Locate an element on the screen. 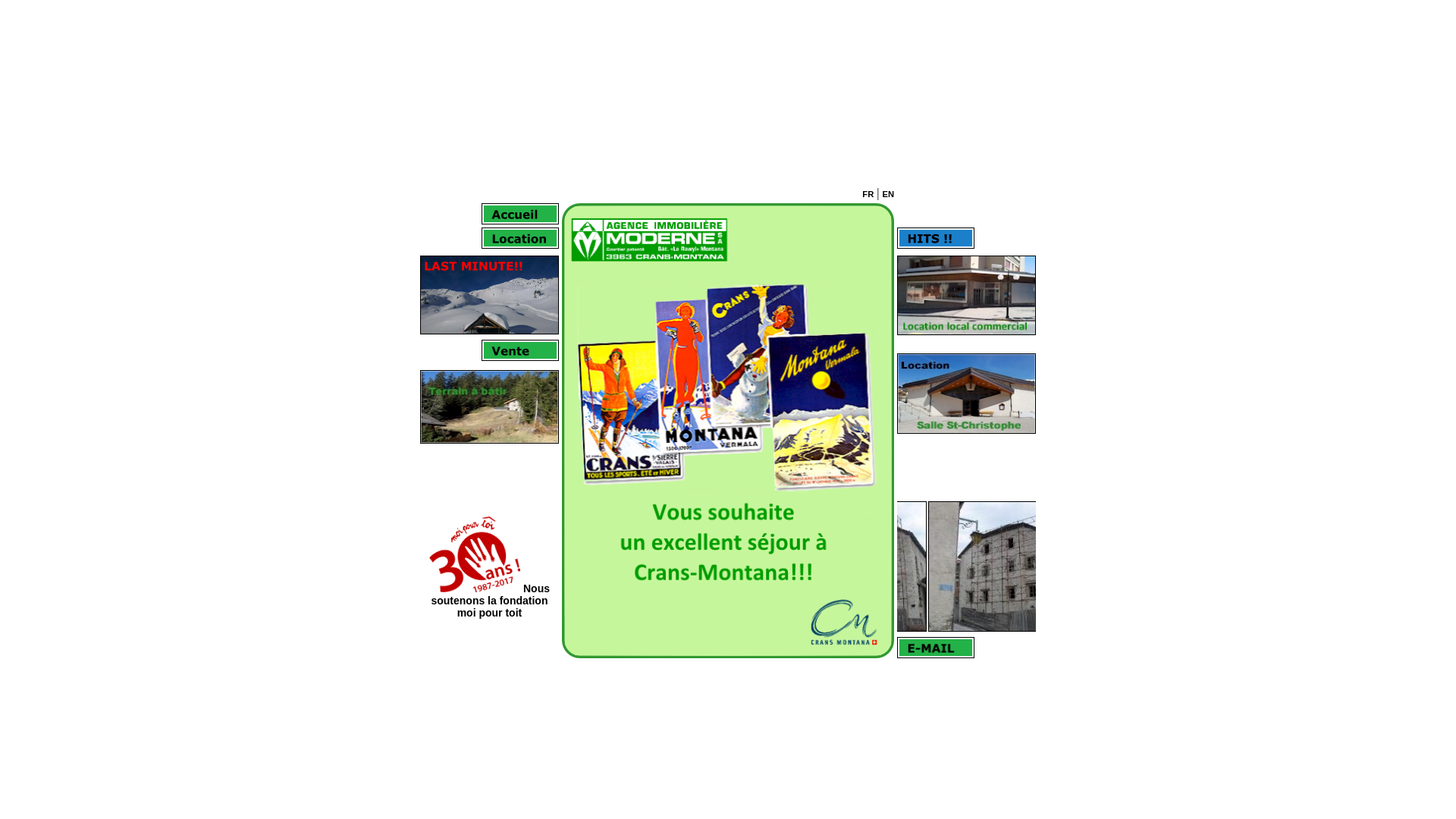  'FR' is located at coordinates (868, 193).